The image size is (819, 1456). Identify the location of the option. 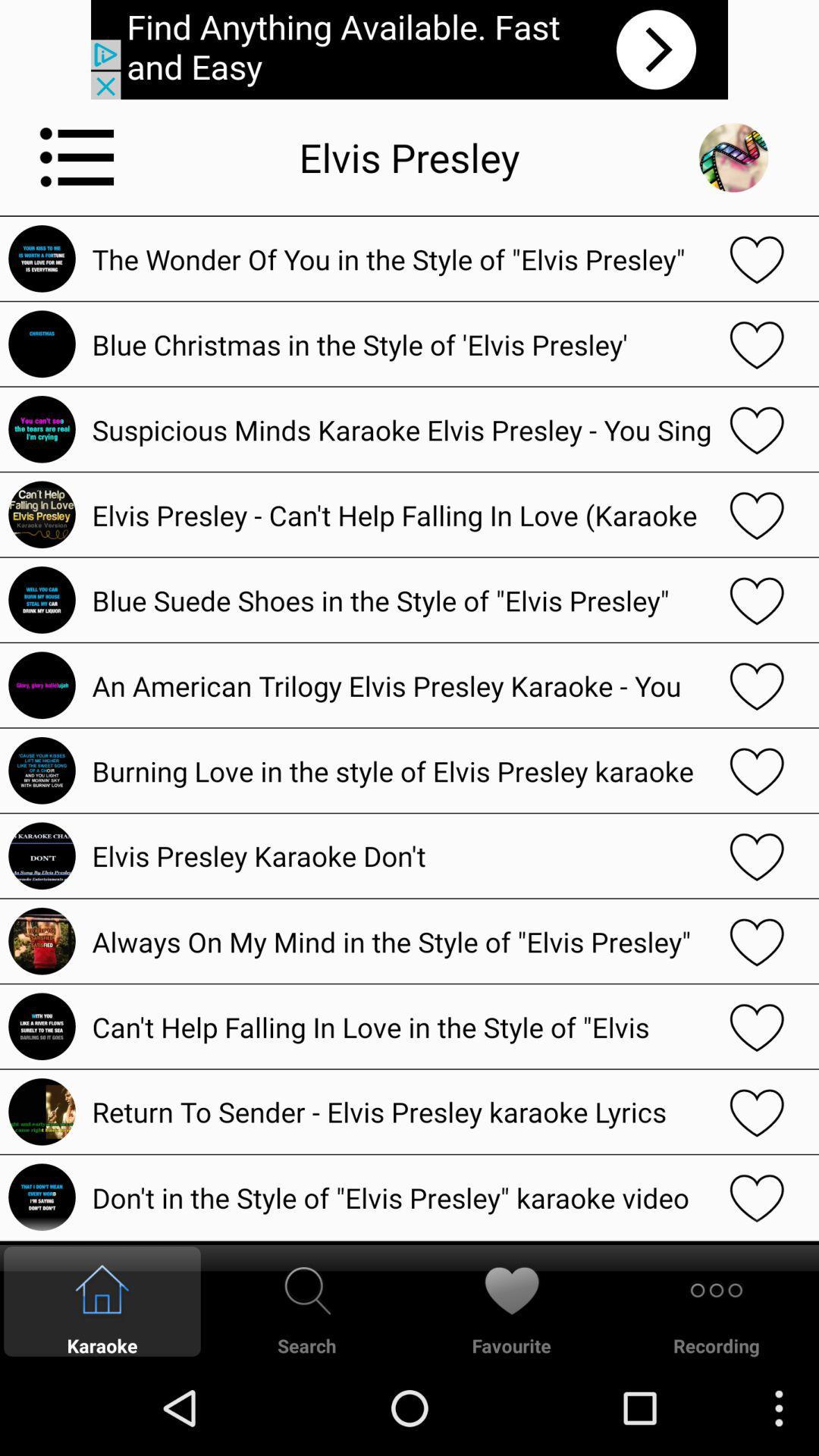
(757, 940).